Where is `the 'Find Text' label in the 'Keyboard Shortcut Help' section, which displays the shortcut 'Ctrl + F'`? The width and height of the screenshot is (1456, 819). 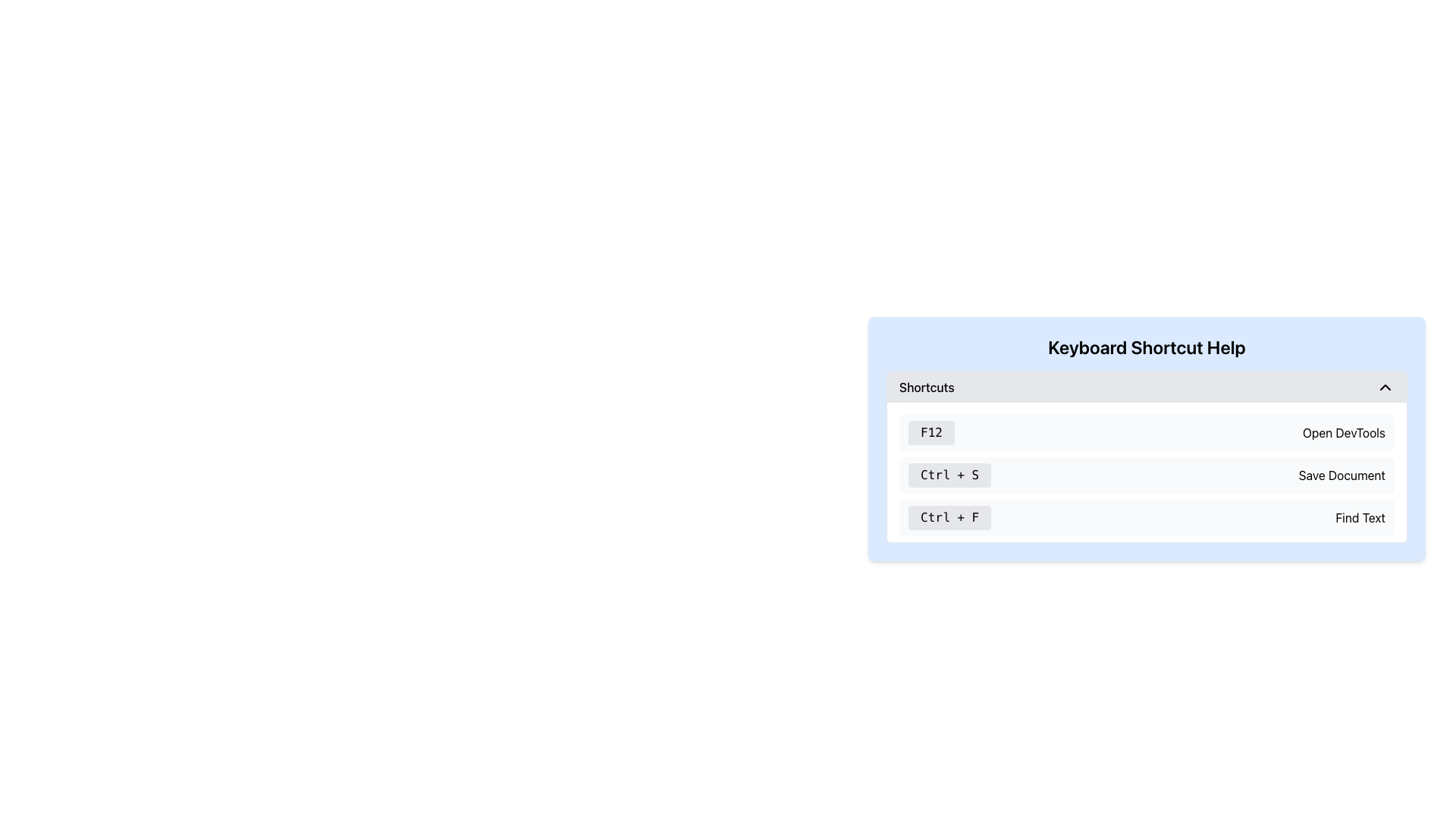
the 'Find Text' label in the 'Keyboard Shortcut Help' section, which displays the shortcut 'Ctrl + F' is located at coordinates (1360, 516).